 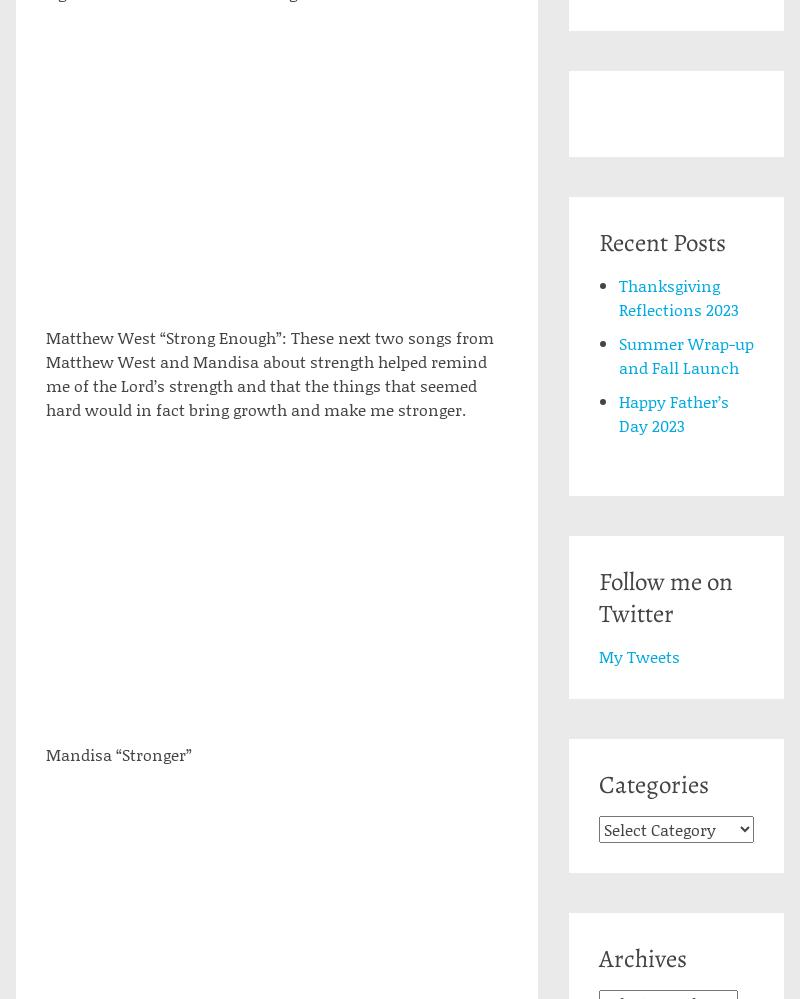 I want to click on 'Matthew West “Strong Enough”: These next two songs from Matthew West and Mandisa about strength helped remind me of the Lord’s strength and that the things that seemed hard would in fact bring growth and make me stronger.', so click(x=45, y=373).